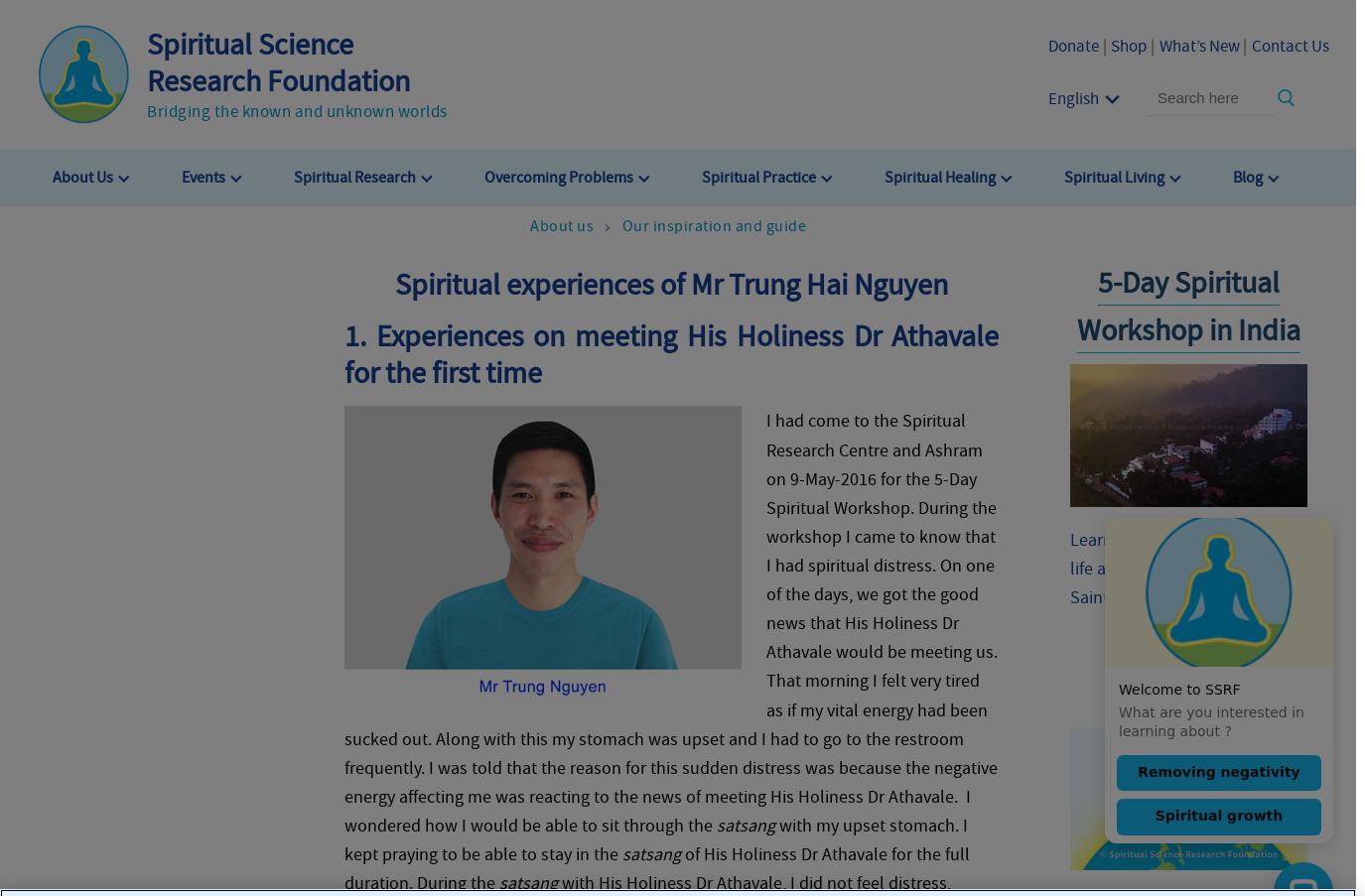  What do you see at coordinates (1071, 43) in the screenshot?
I see `'Donate'` at bounding box center [1071, 43].